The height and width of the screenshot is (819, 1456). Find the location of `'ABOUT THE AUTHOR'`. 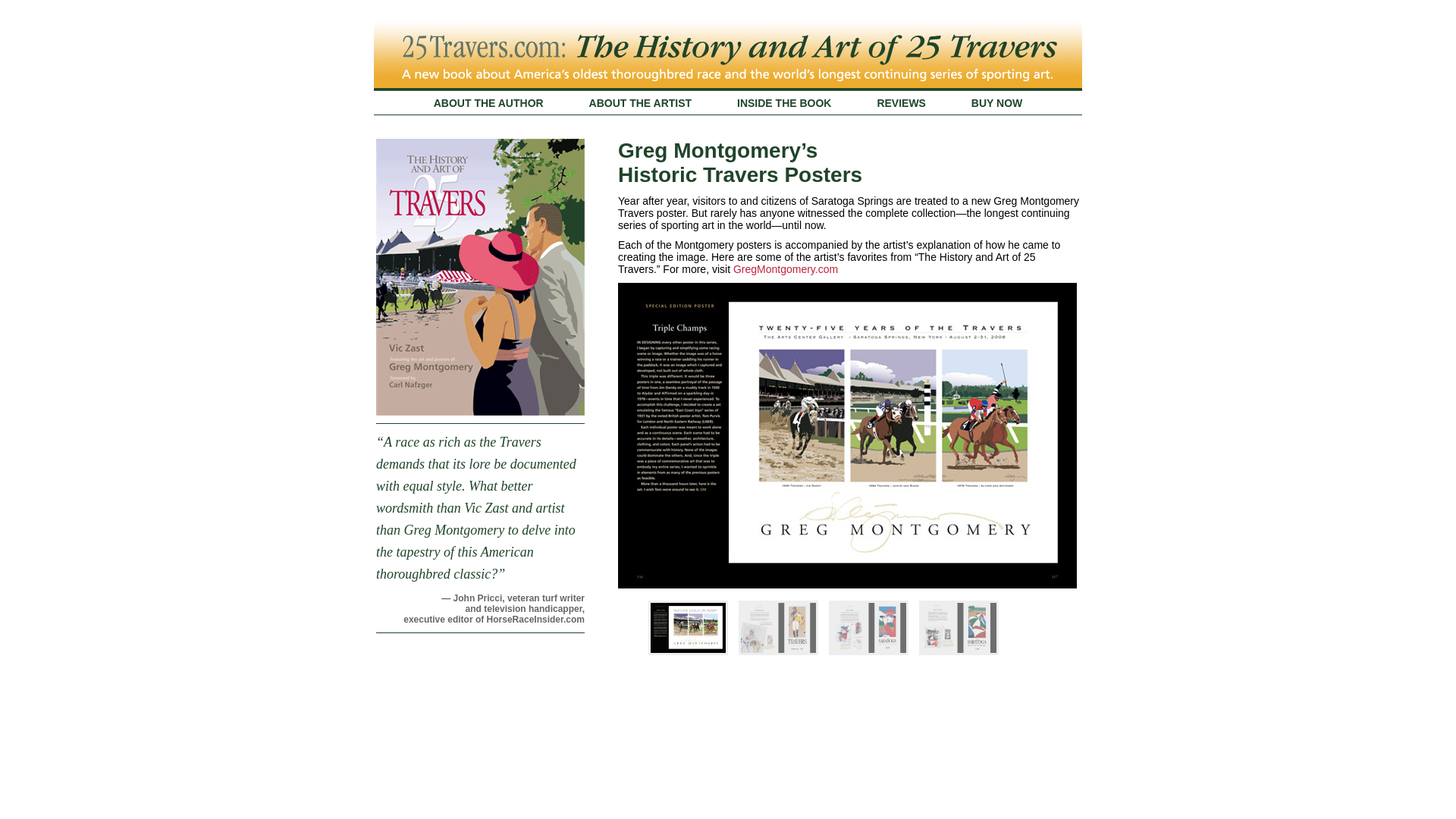

'ABOUT THE AUTHOR' is located at coordinates (488, 102).